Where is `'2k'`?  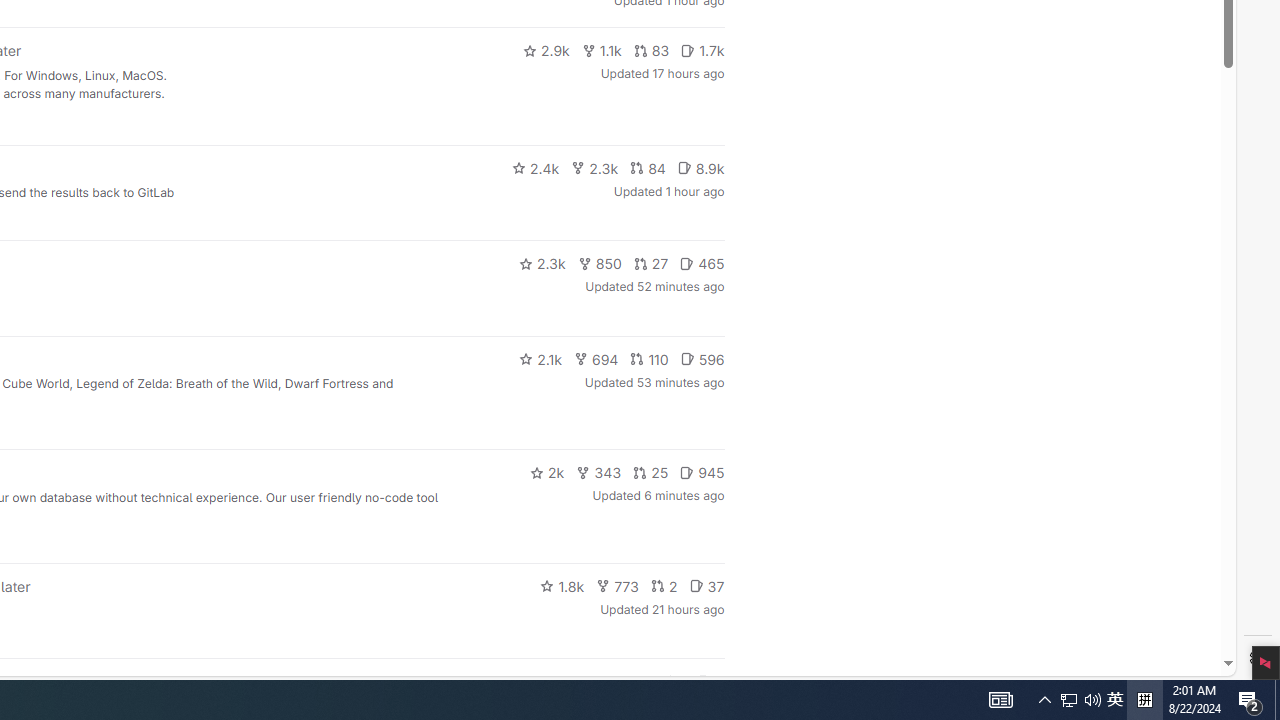 '2k' is located at coordinates (546, 473).